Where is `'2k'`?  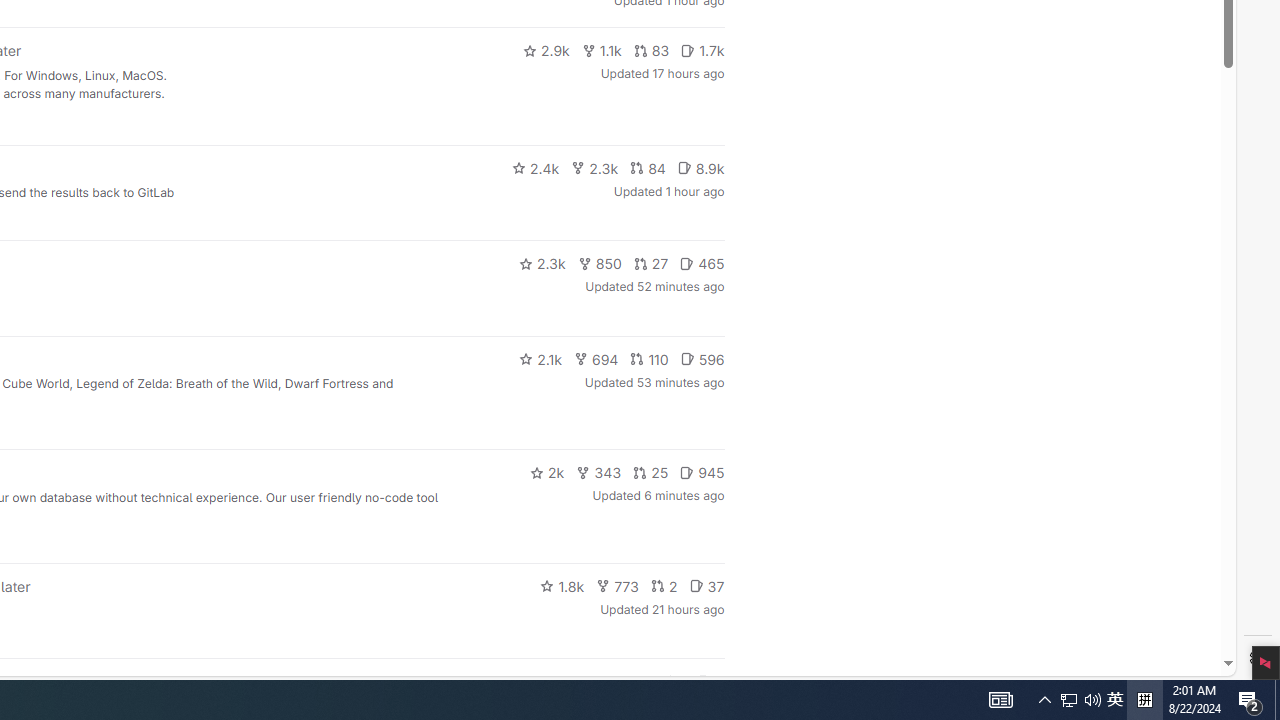 '2k' is located at coordinates (546, 473).